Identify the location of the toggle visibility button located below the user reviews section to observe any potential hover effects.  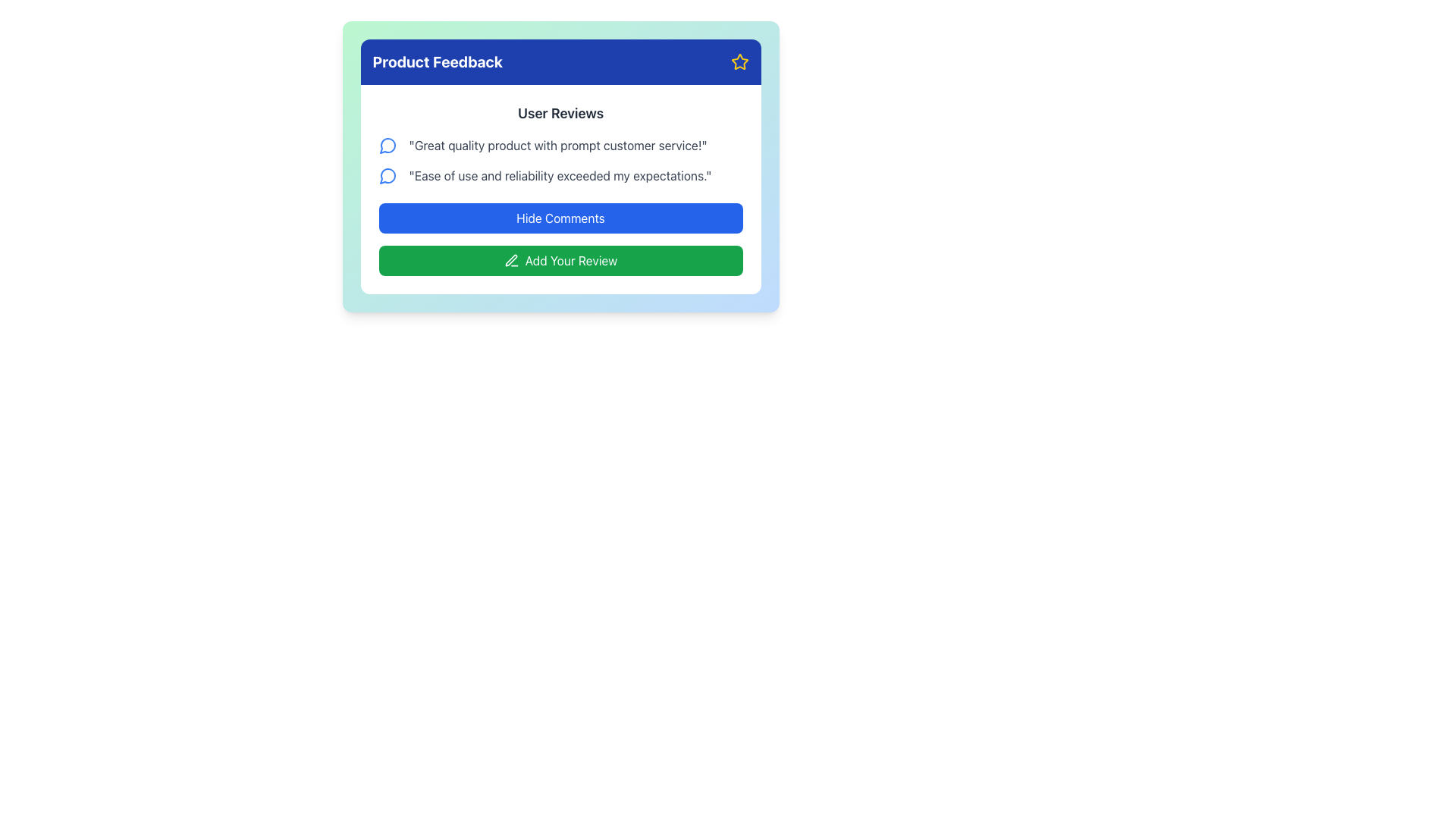
(560, 218).